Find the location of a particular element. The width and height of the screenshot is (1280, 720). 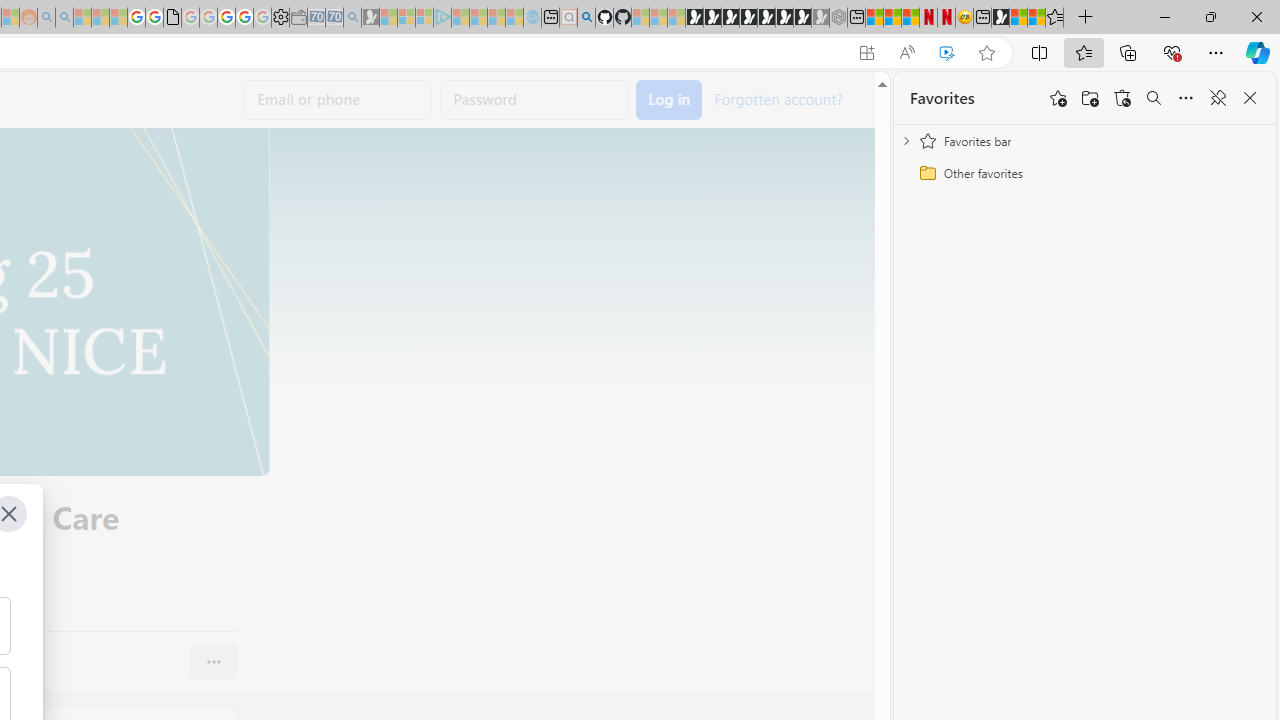

'Forgotten account?' is located at coordinates (777, 98).